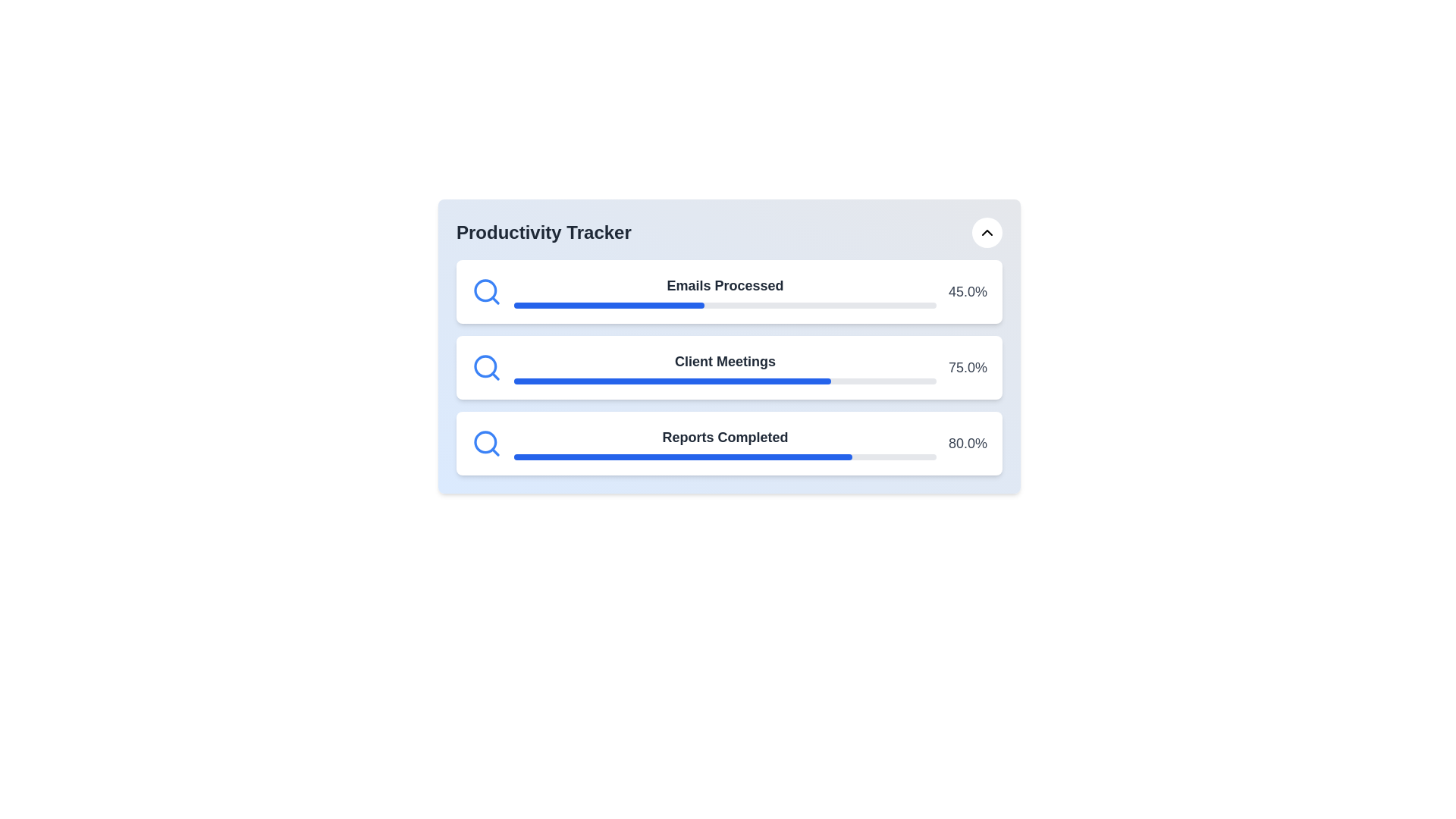  Describe the element at coordinates (967, 444) in the screenshot. I see `the text display indicating that 80% of the 'Reports Completed' task has been achieved, located in the bottom panel to the far right of the progress bar` at that location.